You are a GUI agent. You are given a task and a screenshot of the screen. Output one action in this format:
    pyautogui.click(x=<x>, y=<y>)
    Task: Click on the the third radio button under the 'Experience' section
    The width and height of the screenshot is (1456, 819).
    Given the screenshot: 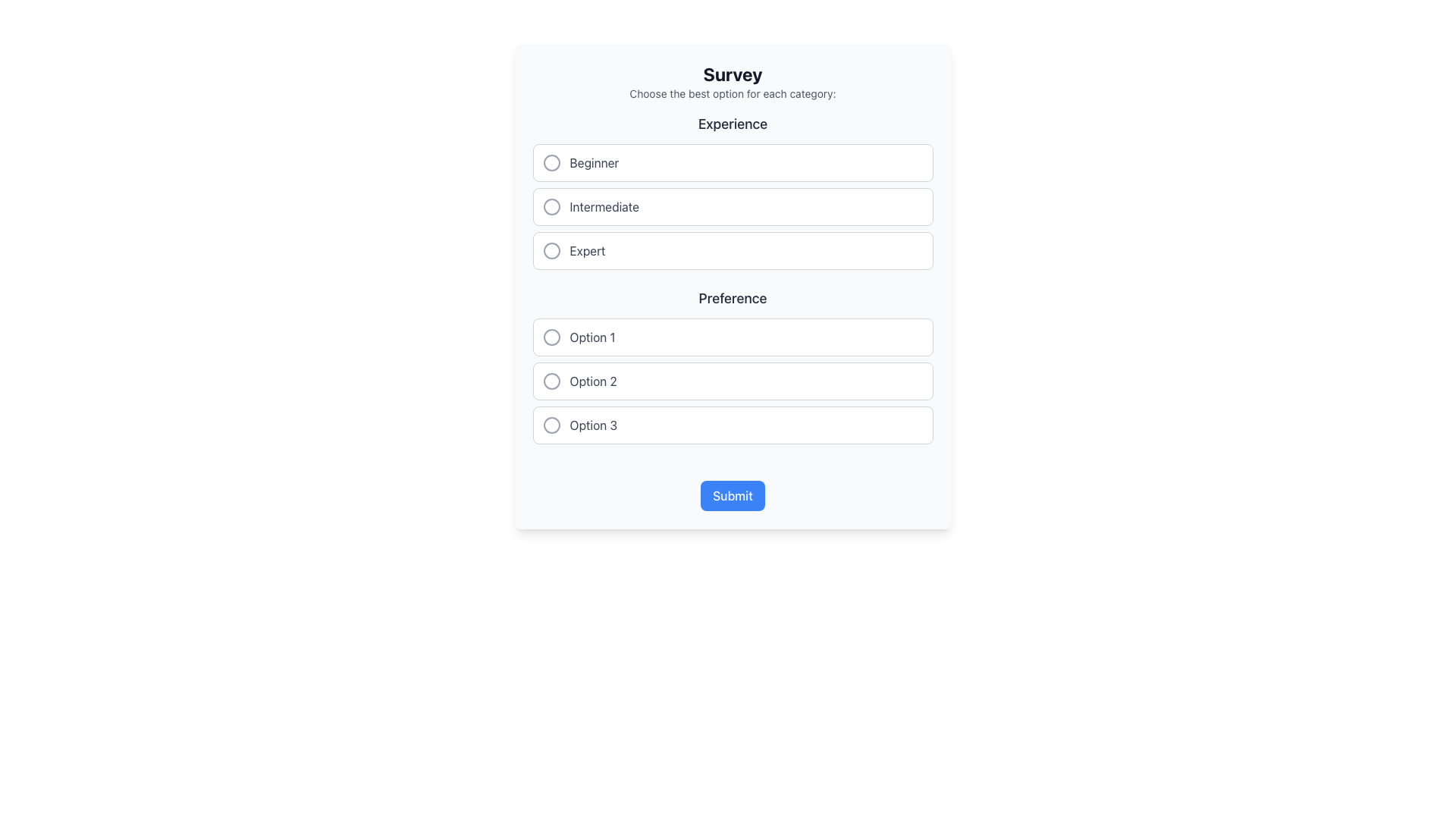 What is the action you would take?
    pyautogui.click(x=551, y=250)
    